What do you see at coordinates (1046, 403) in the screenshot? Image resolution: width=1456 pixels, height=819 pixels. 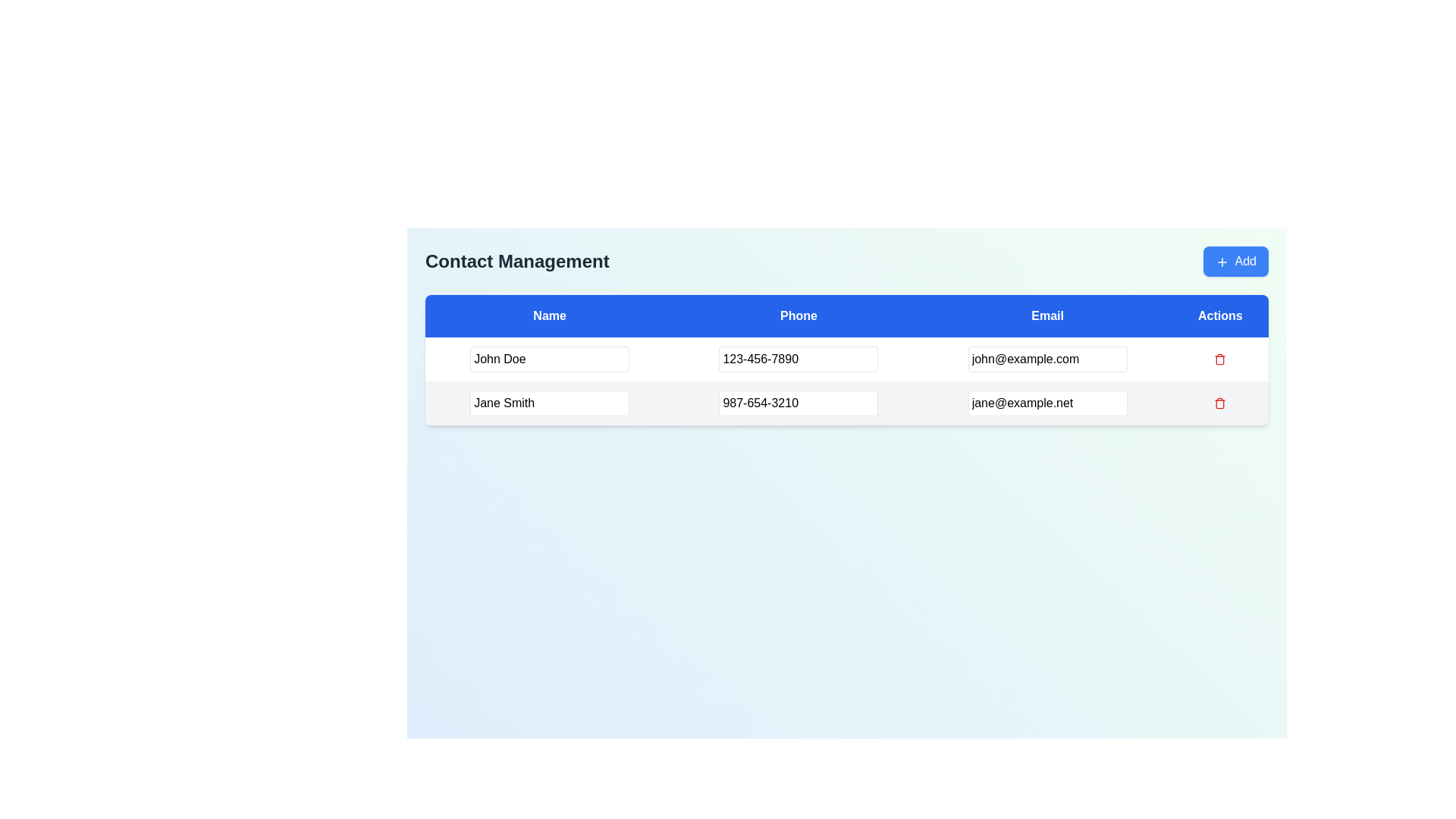 I see `the text input field used for editing the email address` at bounding box center [1046, 403].